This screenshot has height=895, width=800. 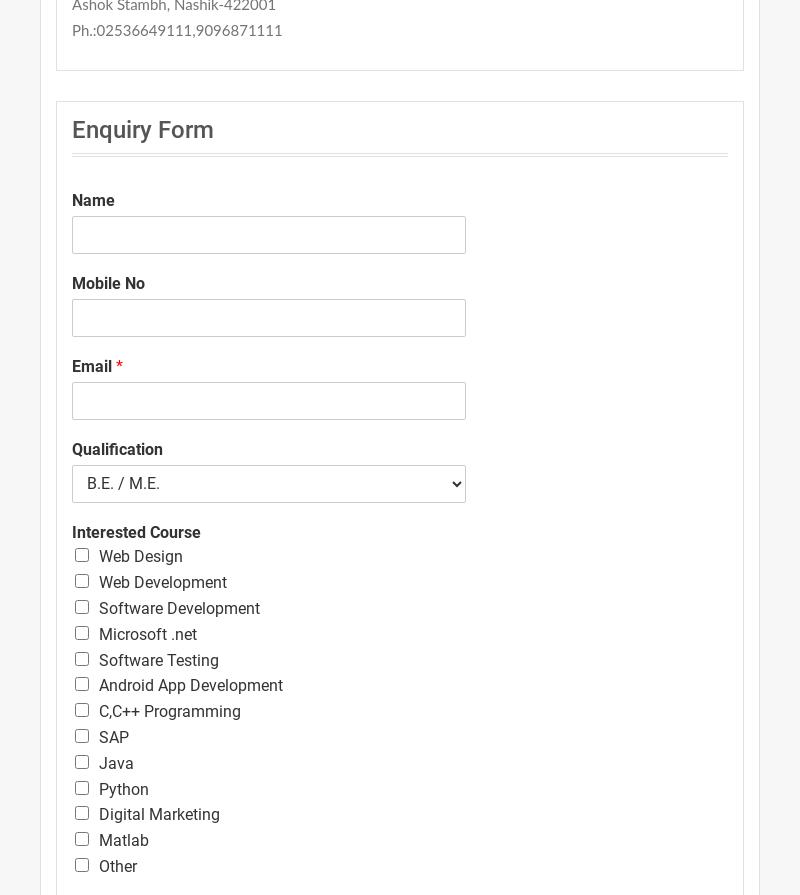 What do you see at coordinates (72, 200) in the screenshot?
I see `'Name'` at bounding box center [72, 200].